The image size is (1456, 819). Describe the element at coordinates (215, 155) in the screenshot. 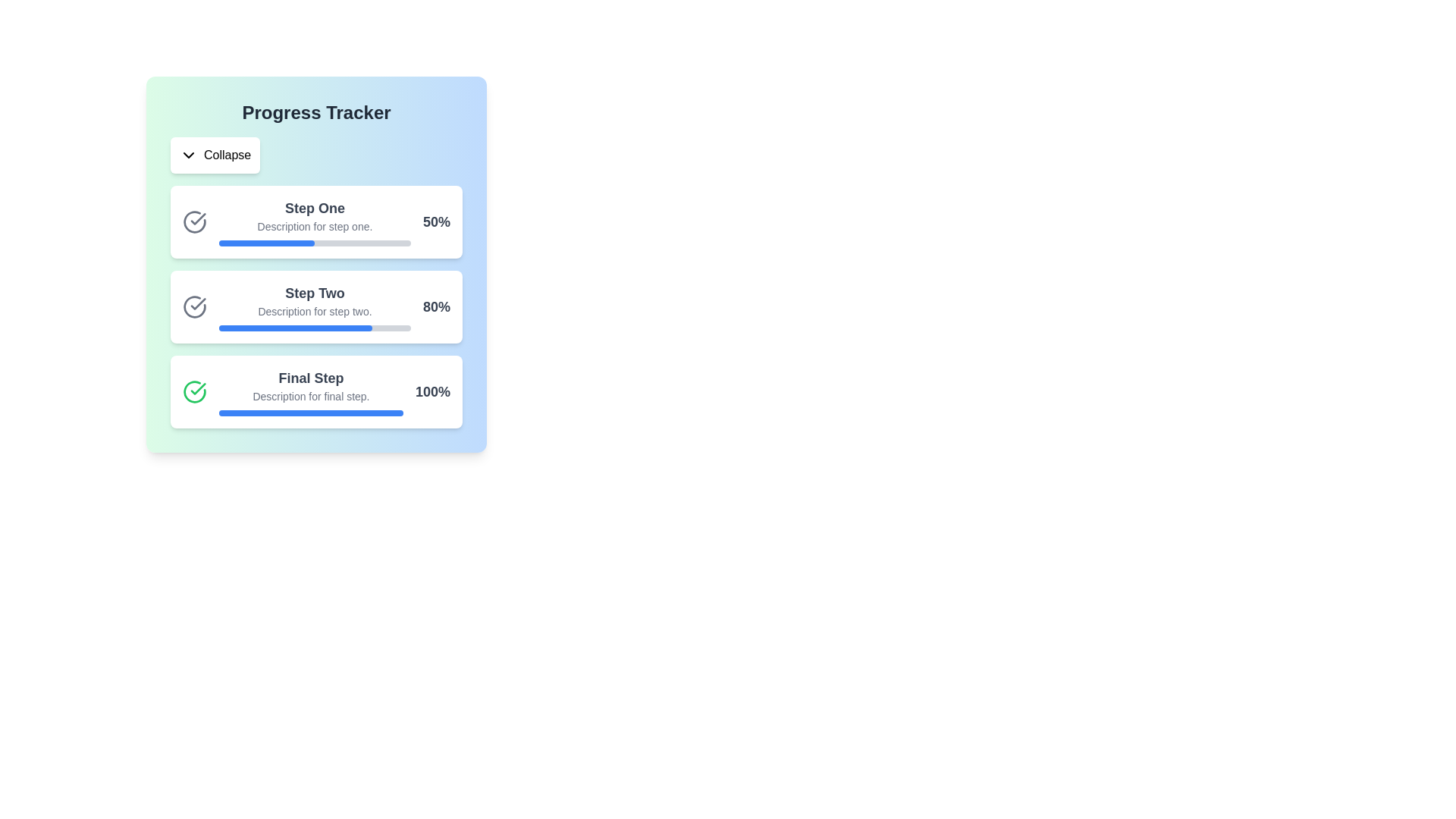

I see `the toggle button for the progress tracker to provide visual feedback before interacting with it` at that location.